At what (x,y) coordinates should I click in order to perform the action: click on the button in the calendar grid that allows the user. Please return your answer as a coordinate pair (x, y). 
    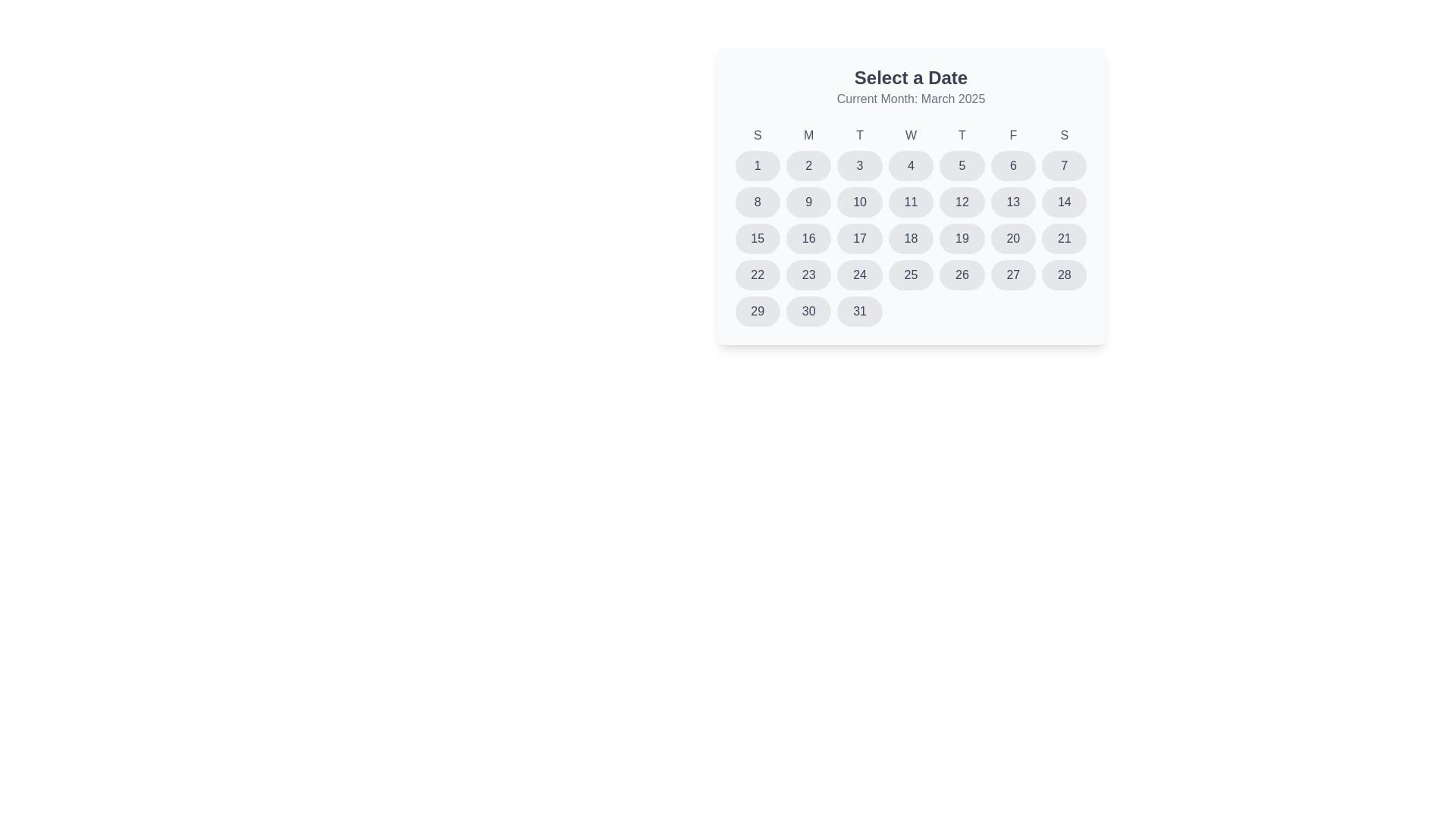
    Looking at the image, I should click on (860, 201).